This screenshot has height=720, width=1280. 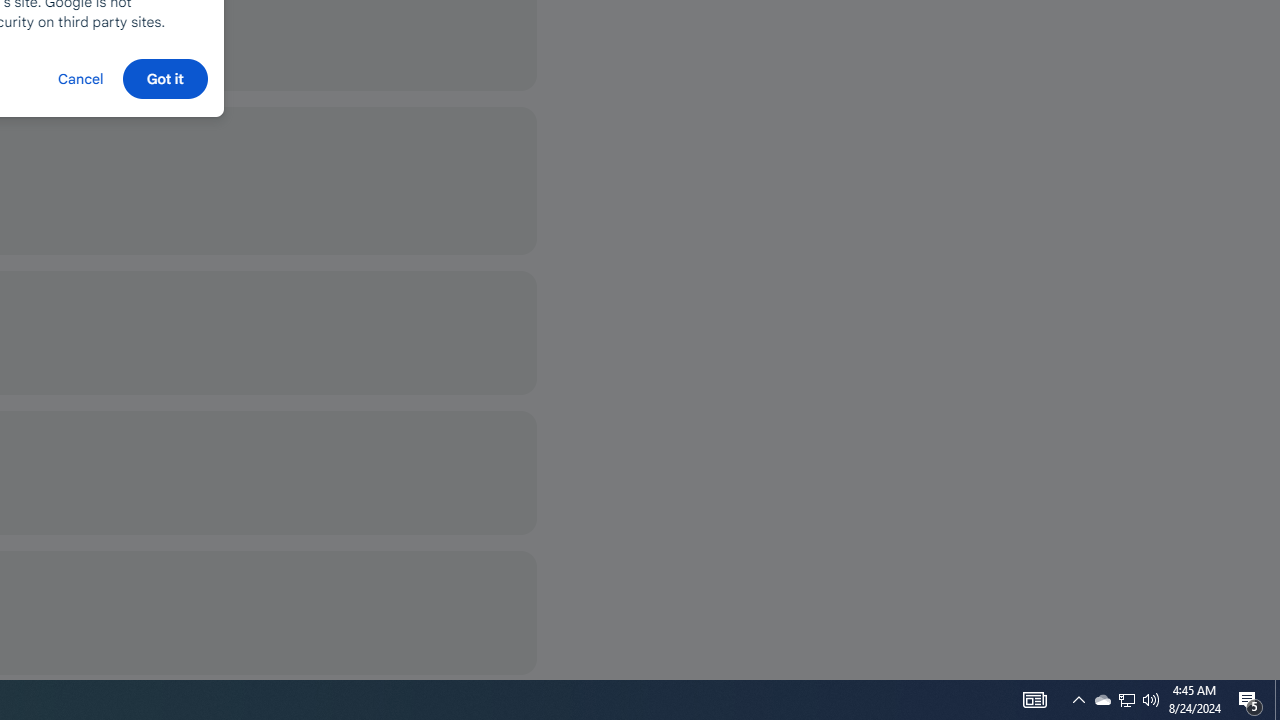 I want to click on 'Got it', so click(x=165, y=77).